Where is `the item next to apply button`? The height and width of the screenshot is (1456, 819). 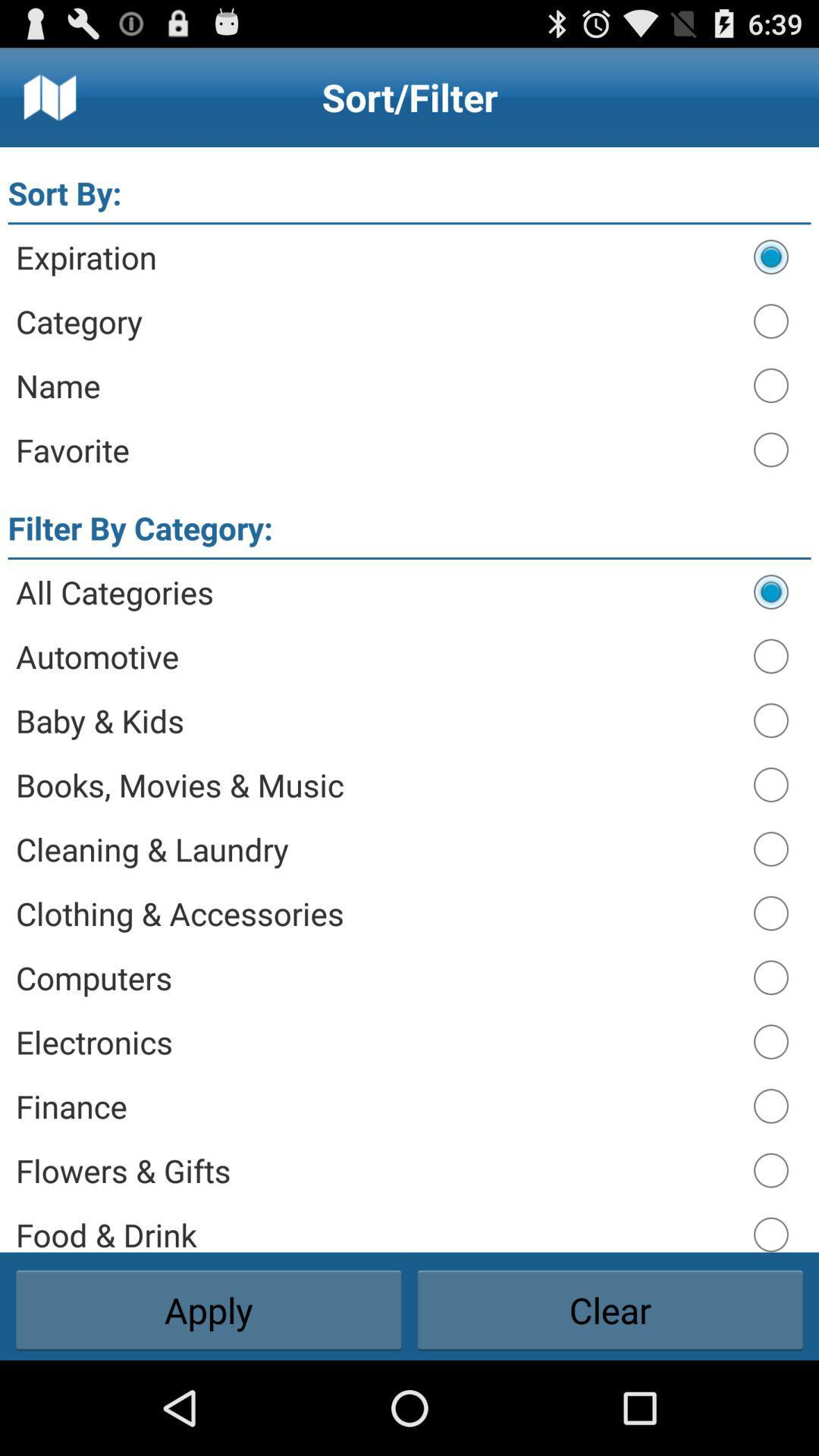
the item next to apply button is located at coordinates (609, 1310).